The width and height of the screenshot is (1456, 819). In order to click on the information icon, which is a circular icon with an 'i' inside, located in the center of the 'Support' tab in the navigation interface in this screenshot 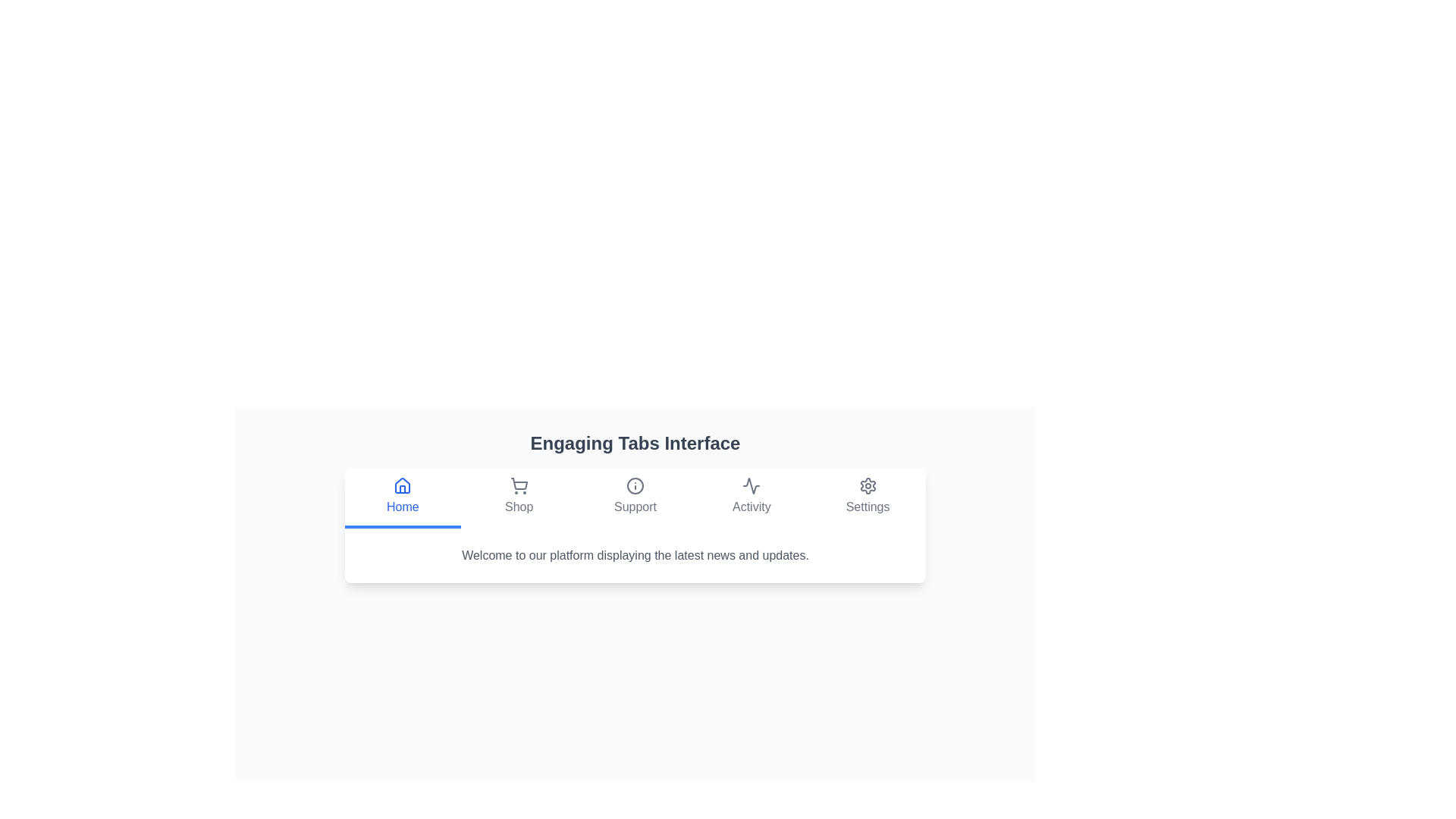, I will do `click(635, 485)`.